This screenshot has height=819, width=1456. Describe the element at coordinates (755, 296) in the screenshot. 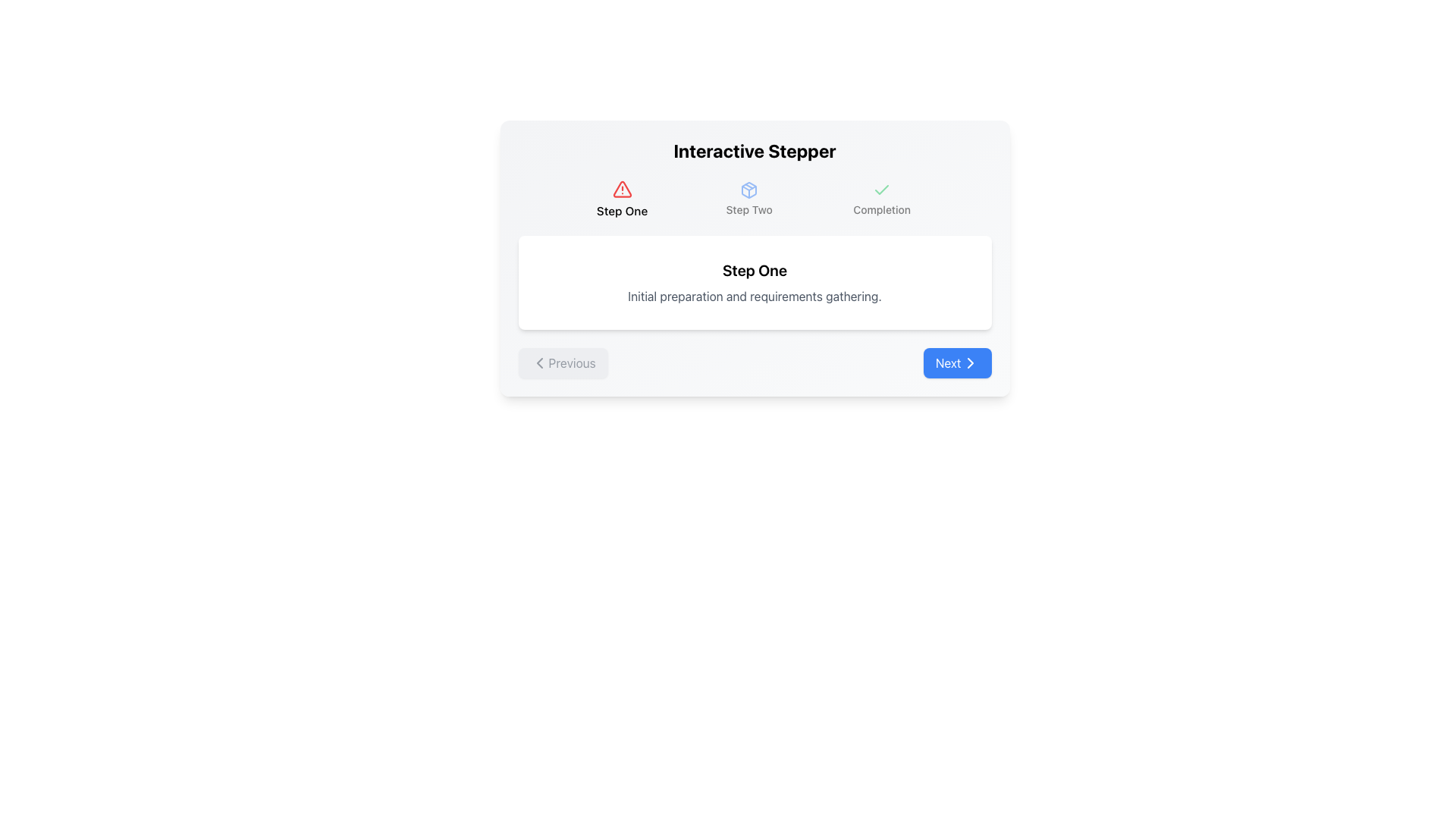

I see `the descriptive text label providing additional information about the 'Step One' stage, located within the card interface, directly below the text 'Step One'` at that location.